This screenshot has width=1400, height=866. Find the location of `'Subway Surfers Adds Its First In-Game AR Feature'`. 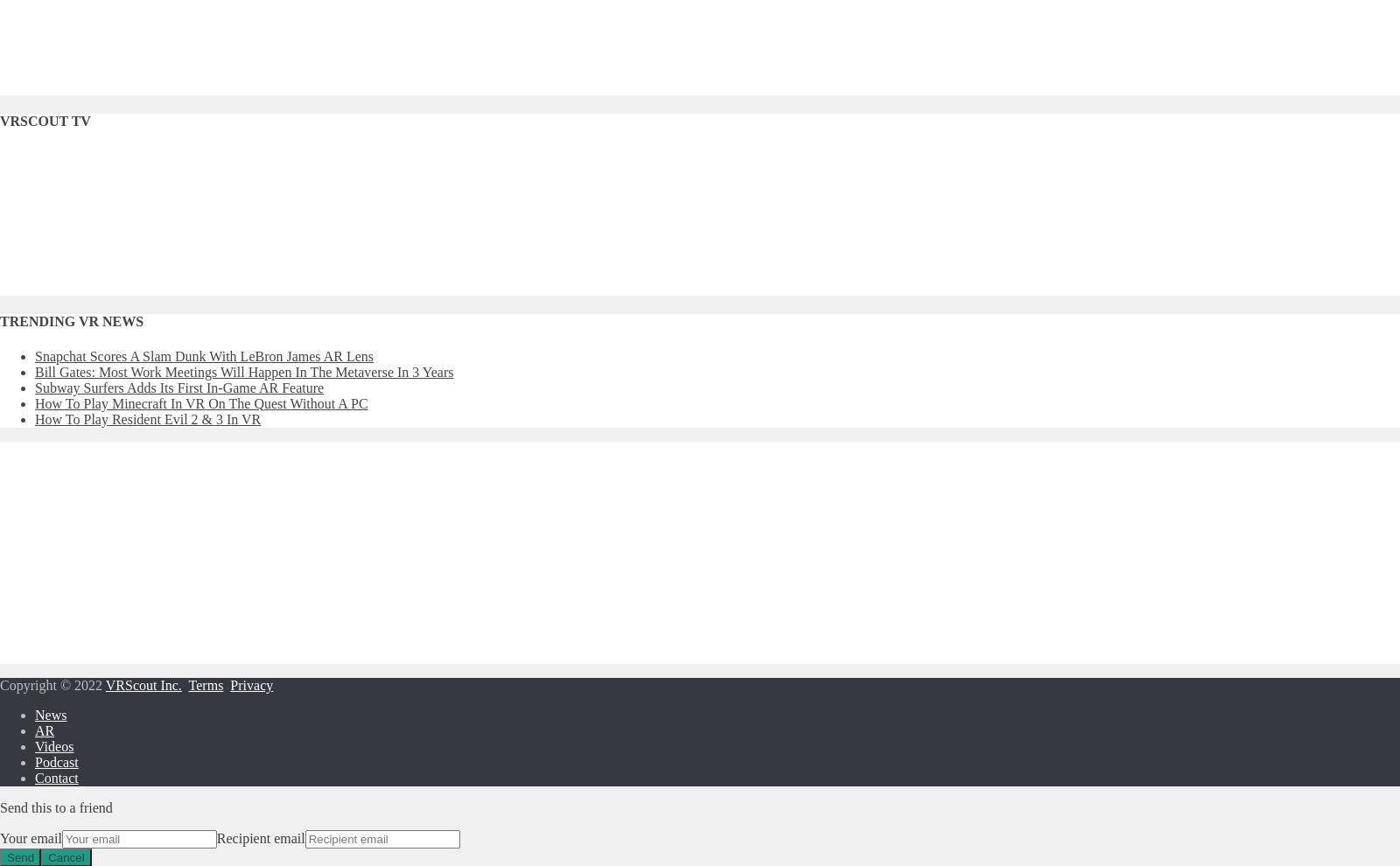

'Subway Surfers Adds Its First In-Game AR Feature' is located at coordinates (178, 386).